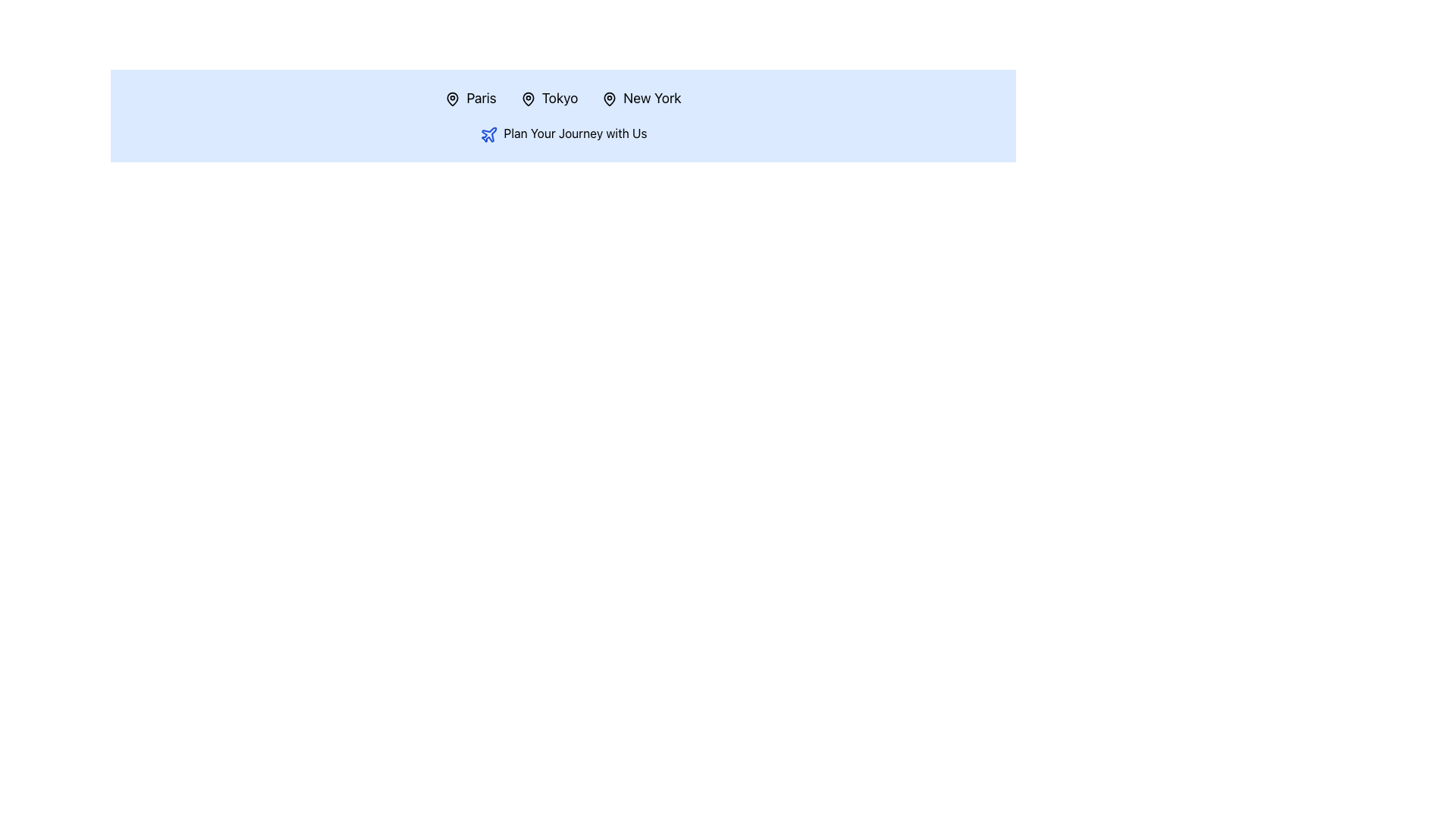 This screenshot has height=819, width=1456. Describe the element at coordinates (642, 99) in the screenshot. I see `the clickable text with icon representing 'New York'` at that location.